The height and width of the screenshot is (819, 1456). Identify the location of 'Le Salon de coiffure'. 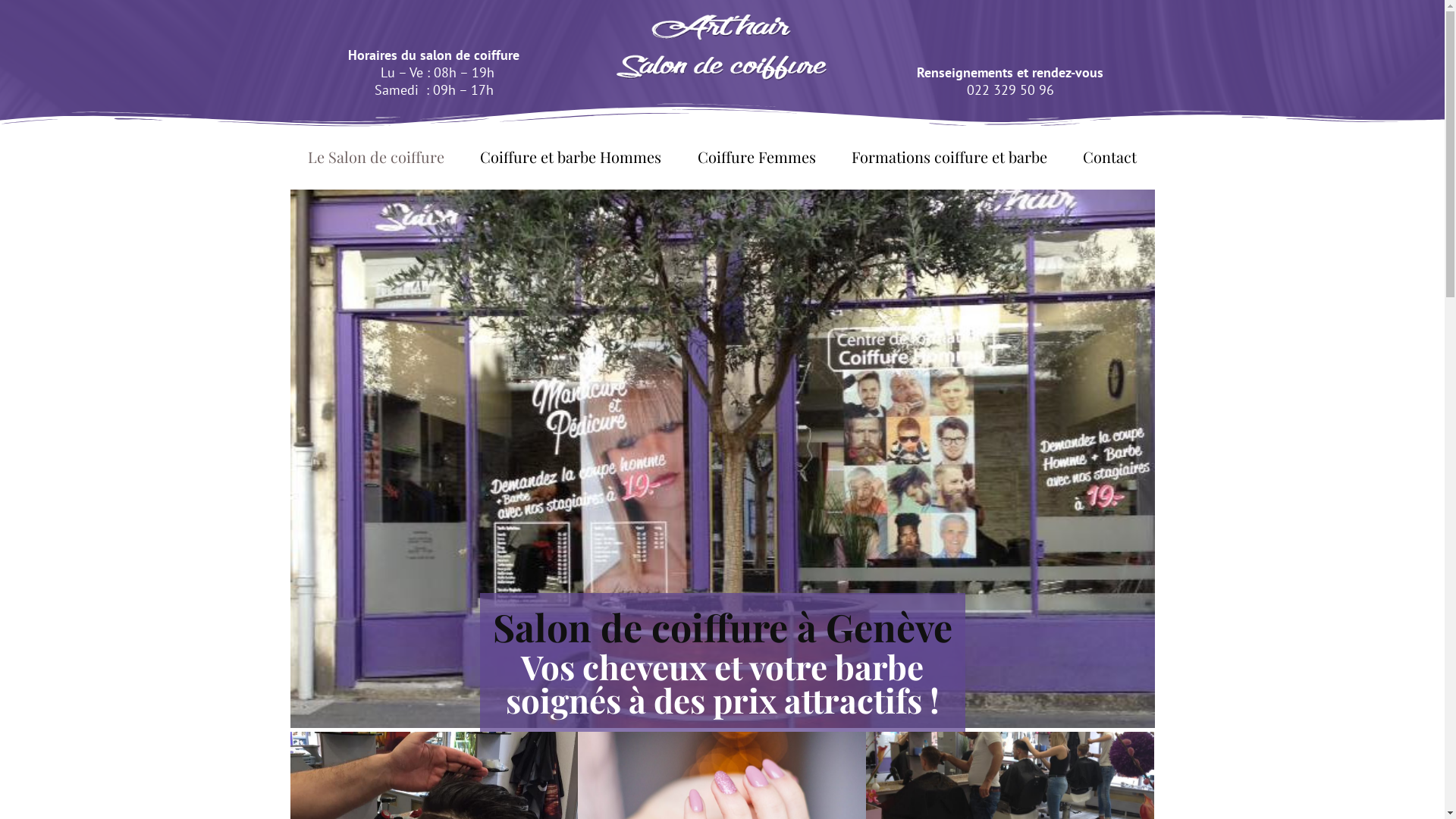
(375, 157).